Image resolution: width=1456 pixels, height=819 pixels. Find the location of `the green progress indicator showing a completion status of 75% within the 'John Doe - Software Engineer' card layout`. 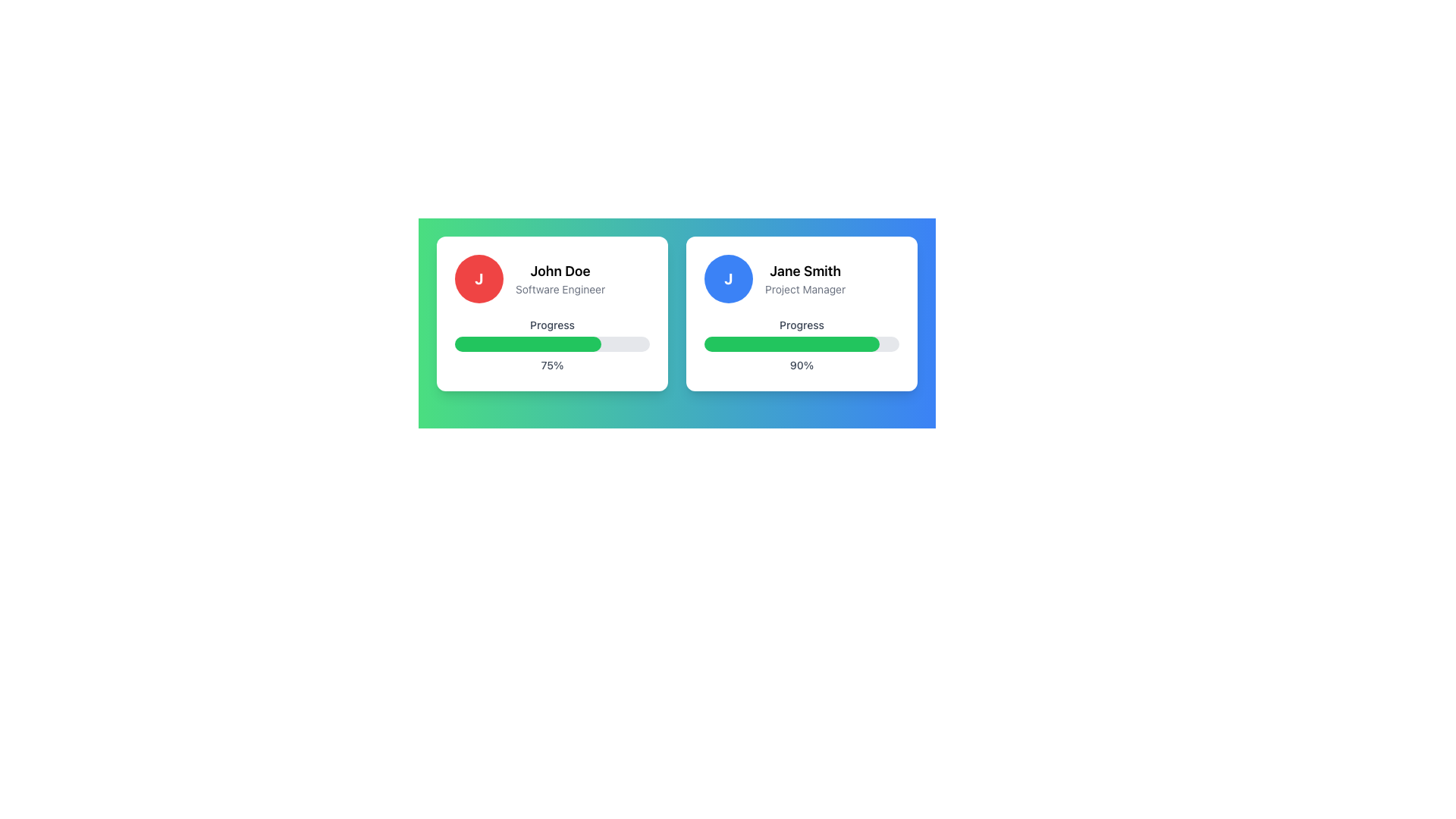

the green progress indicator showing a completion status of 75% within the 'John Doe - Software Engineer' card layout is located at coordinates (528, 344).